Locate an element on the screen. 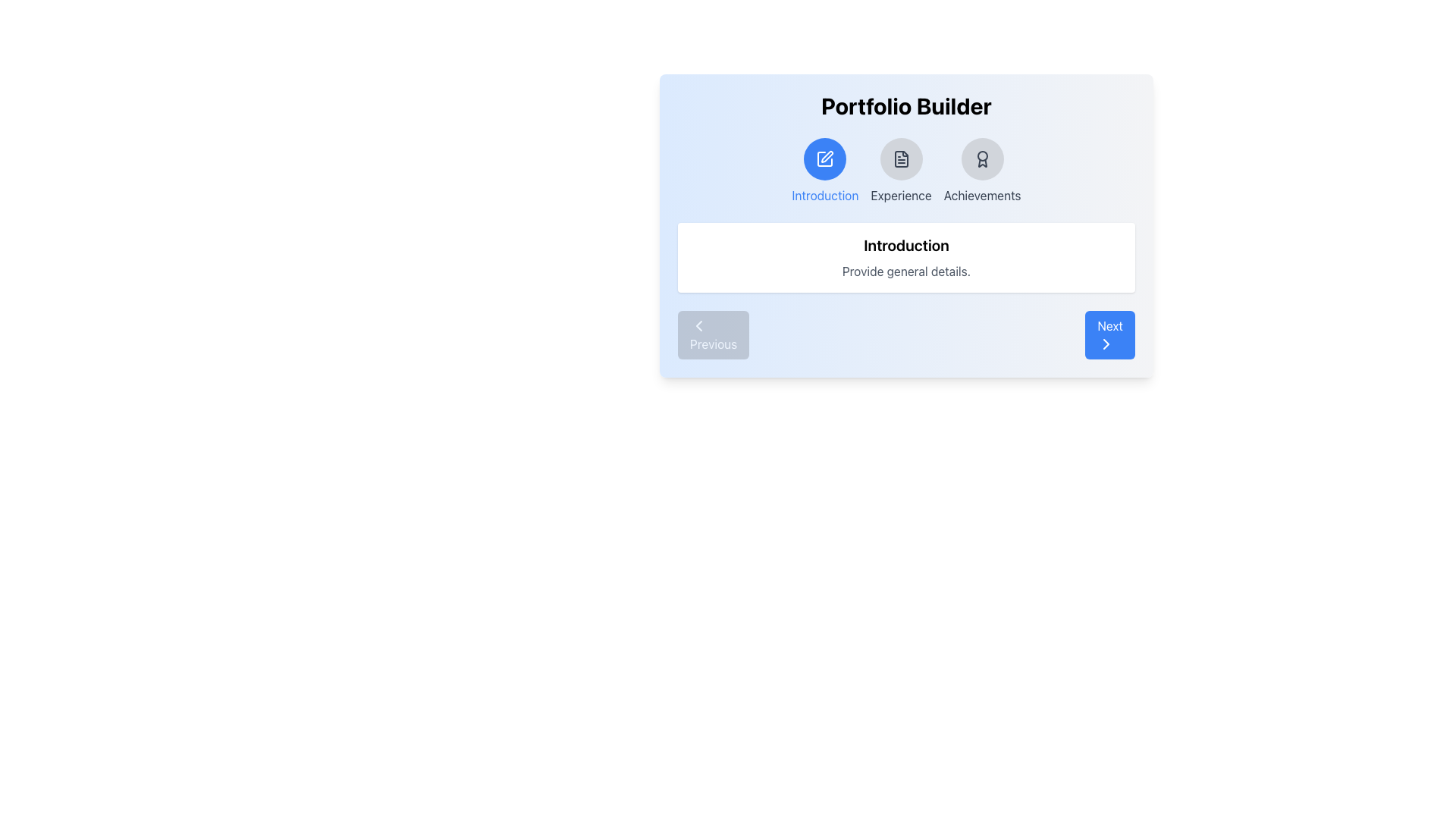 This screenshot has width=1456, height=819. the 'Achievements' menu item button located in the portfolio builder interface is located at coordinates (982, 171).